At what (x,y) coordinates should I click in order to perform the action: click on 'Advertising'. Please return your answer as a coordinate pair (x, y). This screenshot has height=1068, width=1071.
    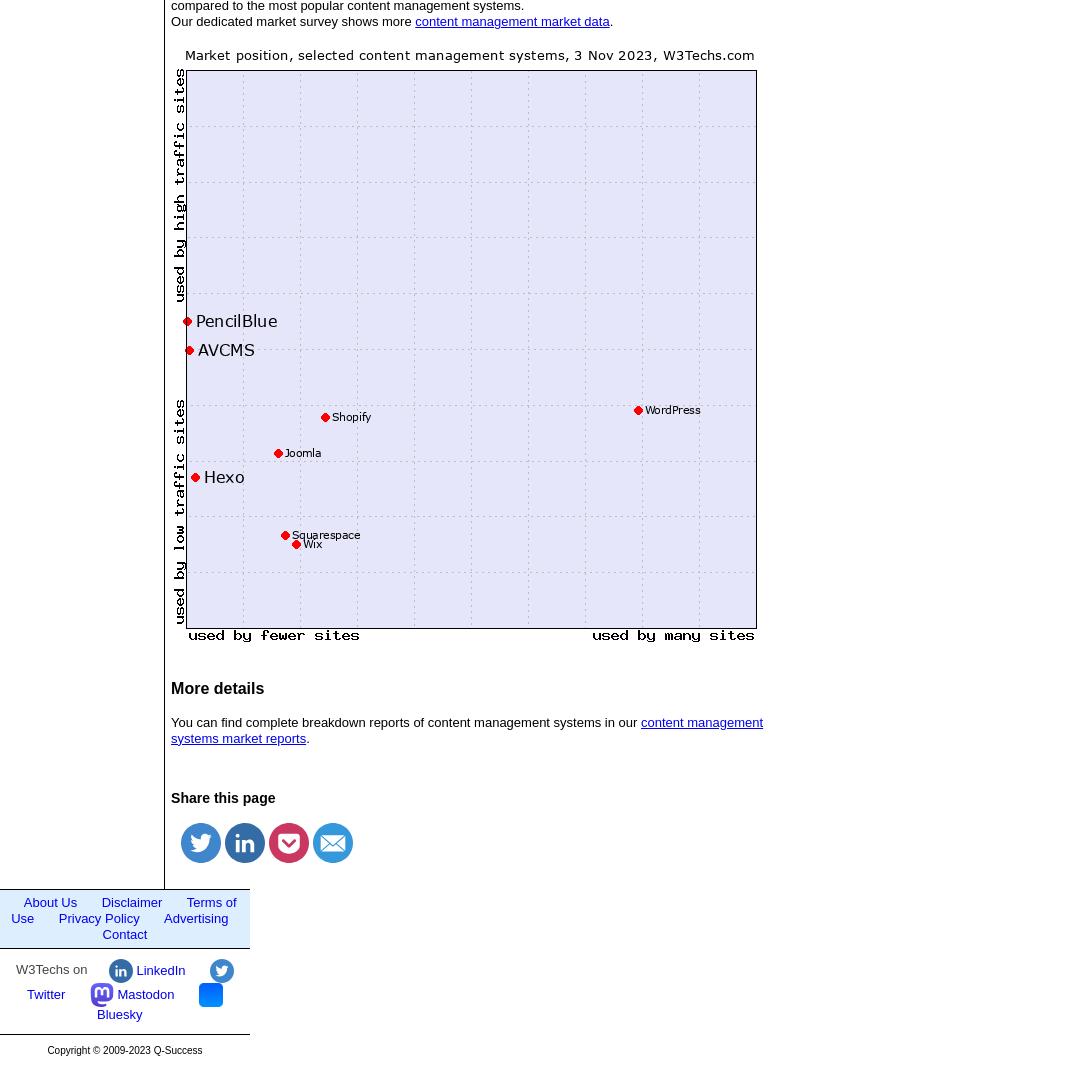
    Looking at the image, I should click on (194, 916).